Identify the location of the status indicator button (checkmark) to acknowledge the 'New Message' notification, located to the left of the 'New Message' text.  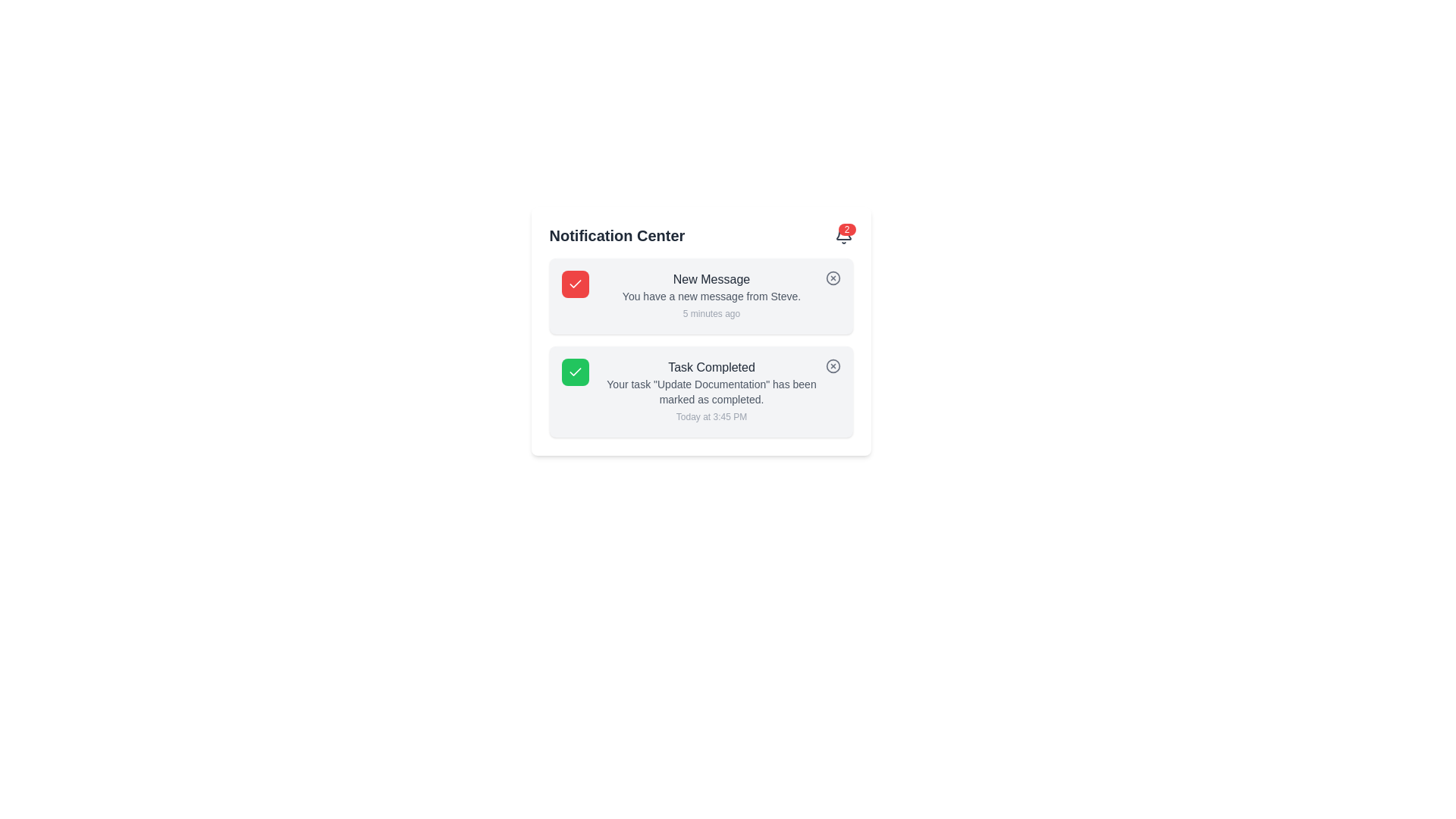
(574, 284).